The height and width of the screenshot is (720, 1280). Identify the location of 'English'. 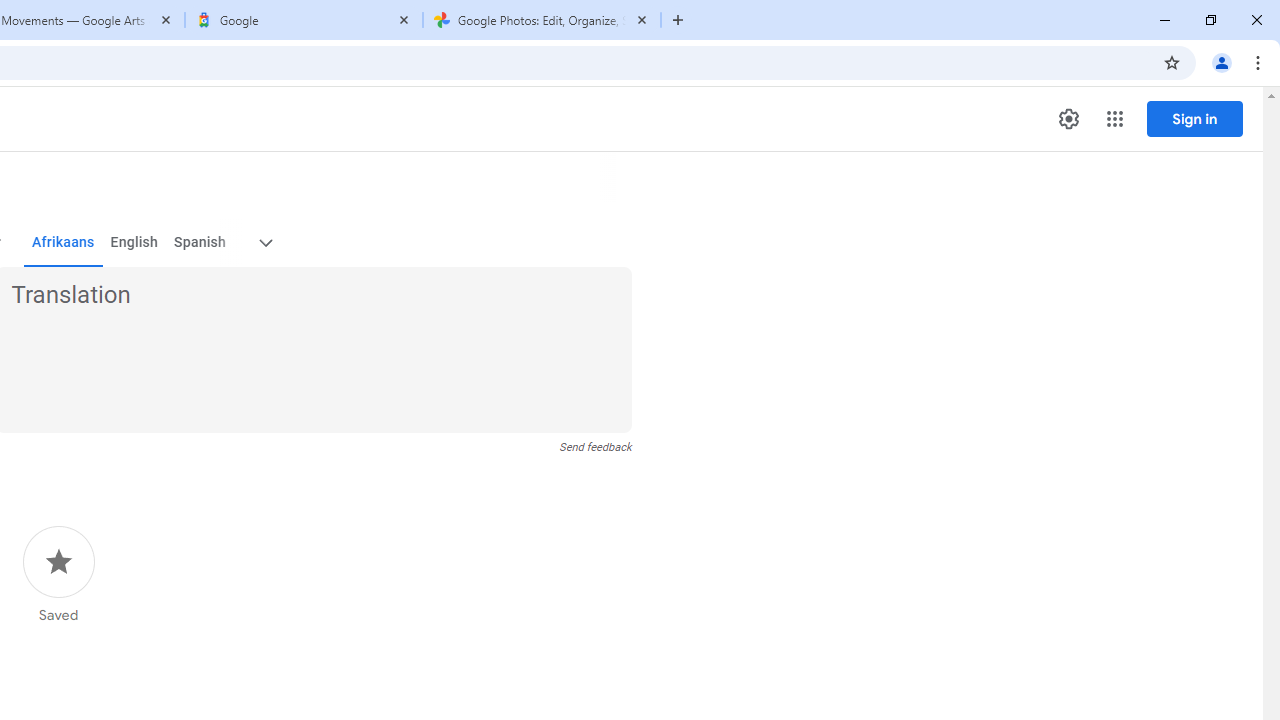
(133, 242).